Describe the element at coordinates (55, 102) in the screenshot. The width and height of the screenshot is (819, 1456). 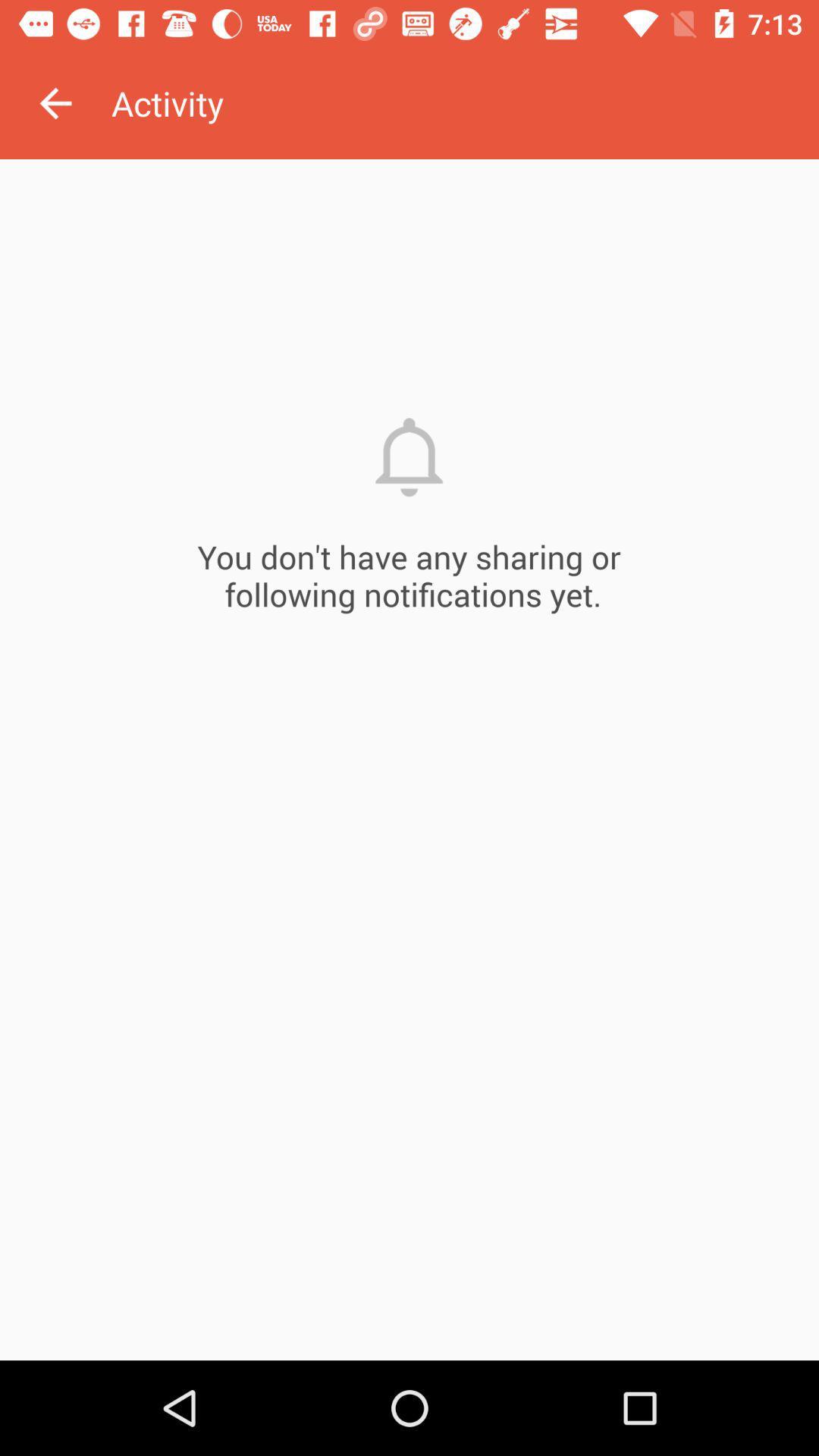
I see `icon at the top left corner` at that location.